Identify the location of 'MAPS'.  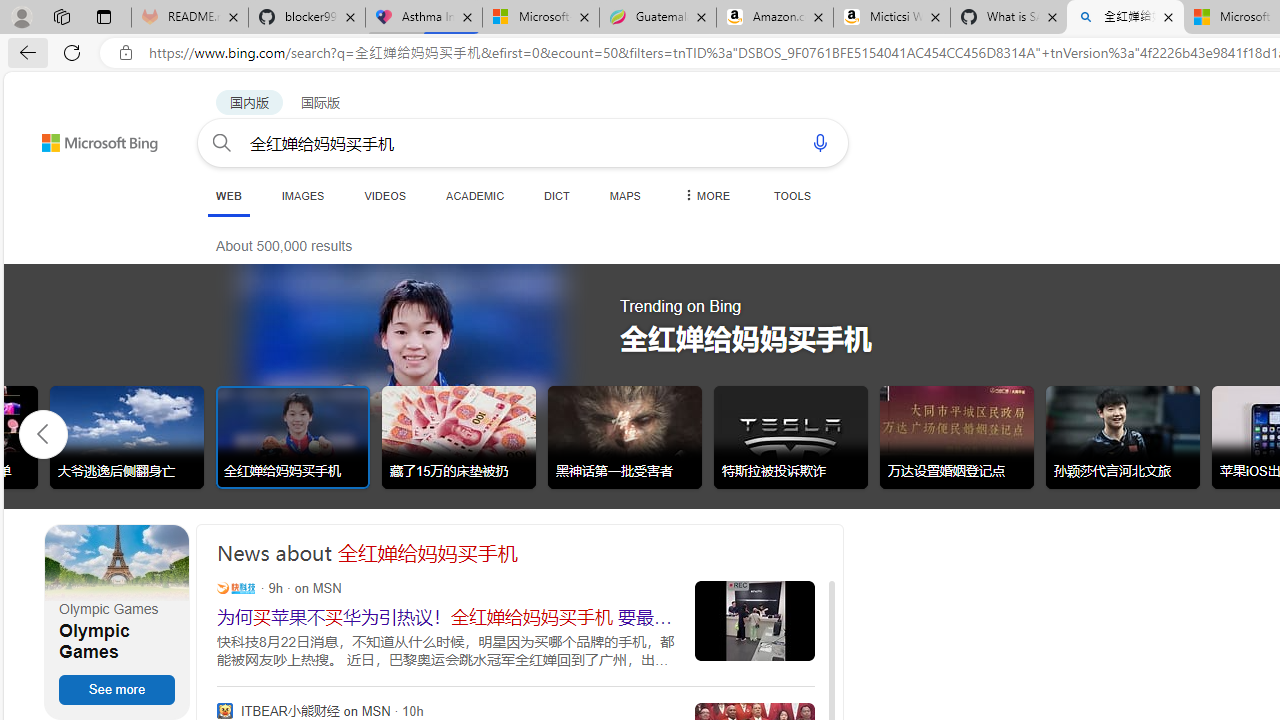
(624, 195).